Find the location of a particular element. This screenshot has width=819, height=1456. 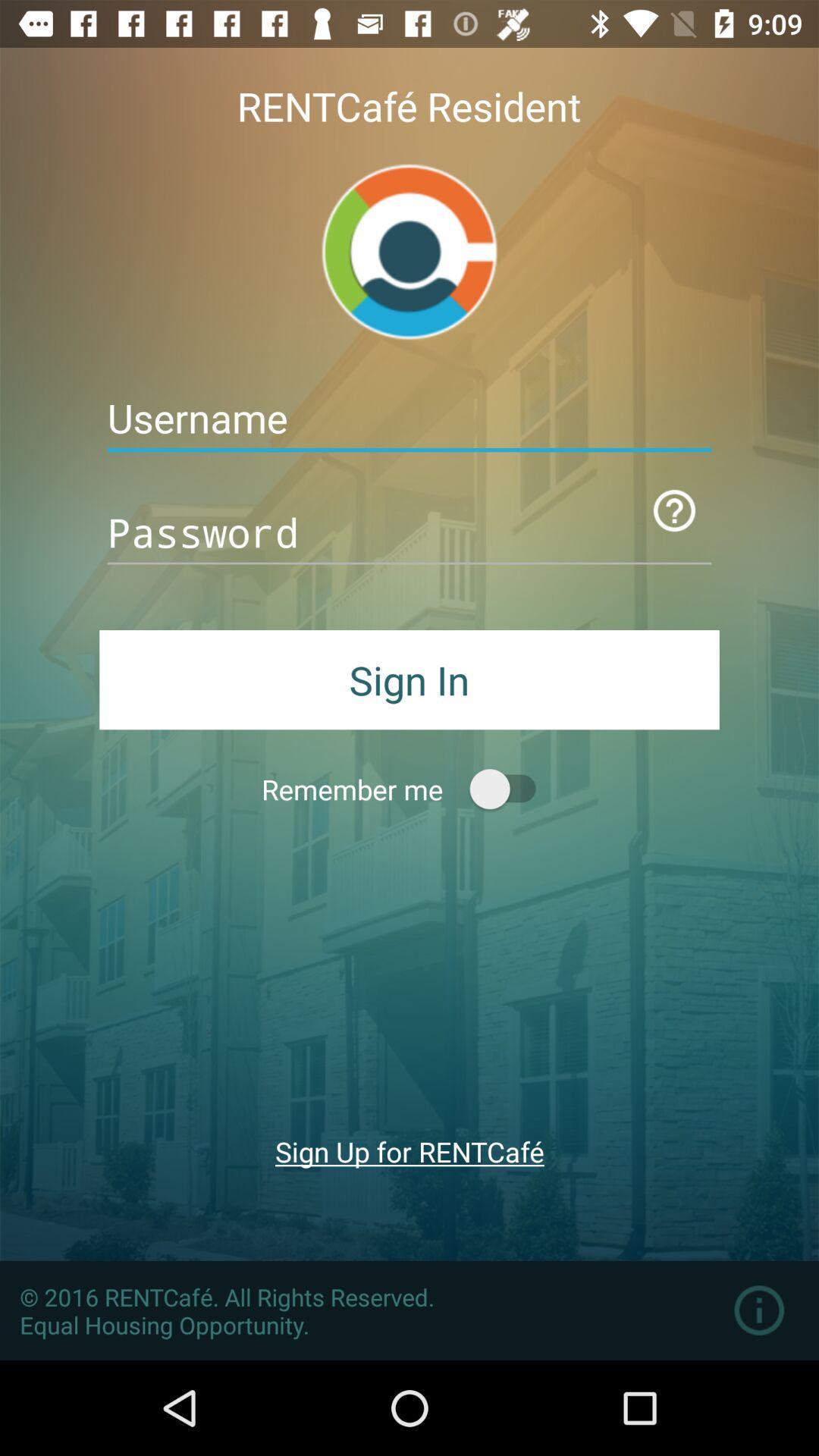

information is located at coordinates (759, 1310).